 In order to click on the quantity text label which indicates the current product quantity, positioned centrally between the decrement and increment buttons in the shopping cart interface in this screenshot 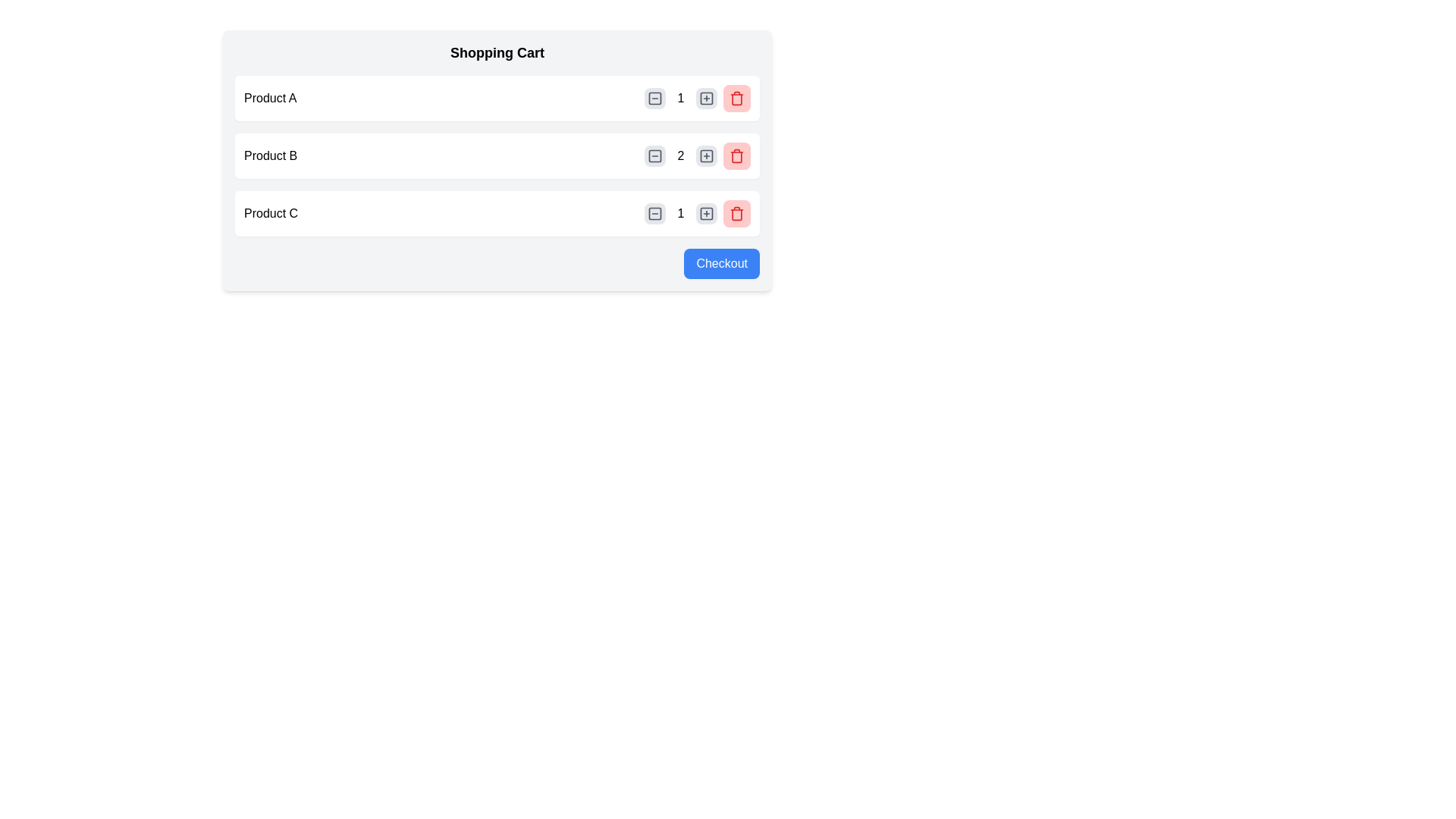, I will do `click(679, 99)`.